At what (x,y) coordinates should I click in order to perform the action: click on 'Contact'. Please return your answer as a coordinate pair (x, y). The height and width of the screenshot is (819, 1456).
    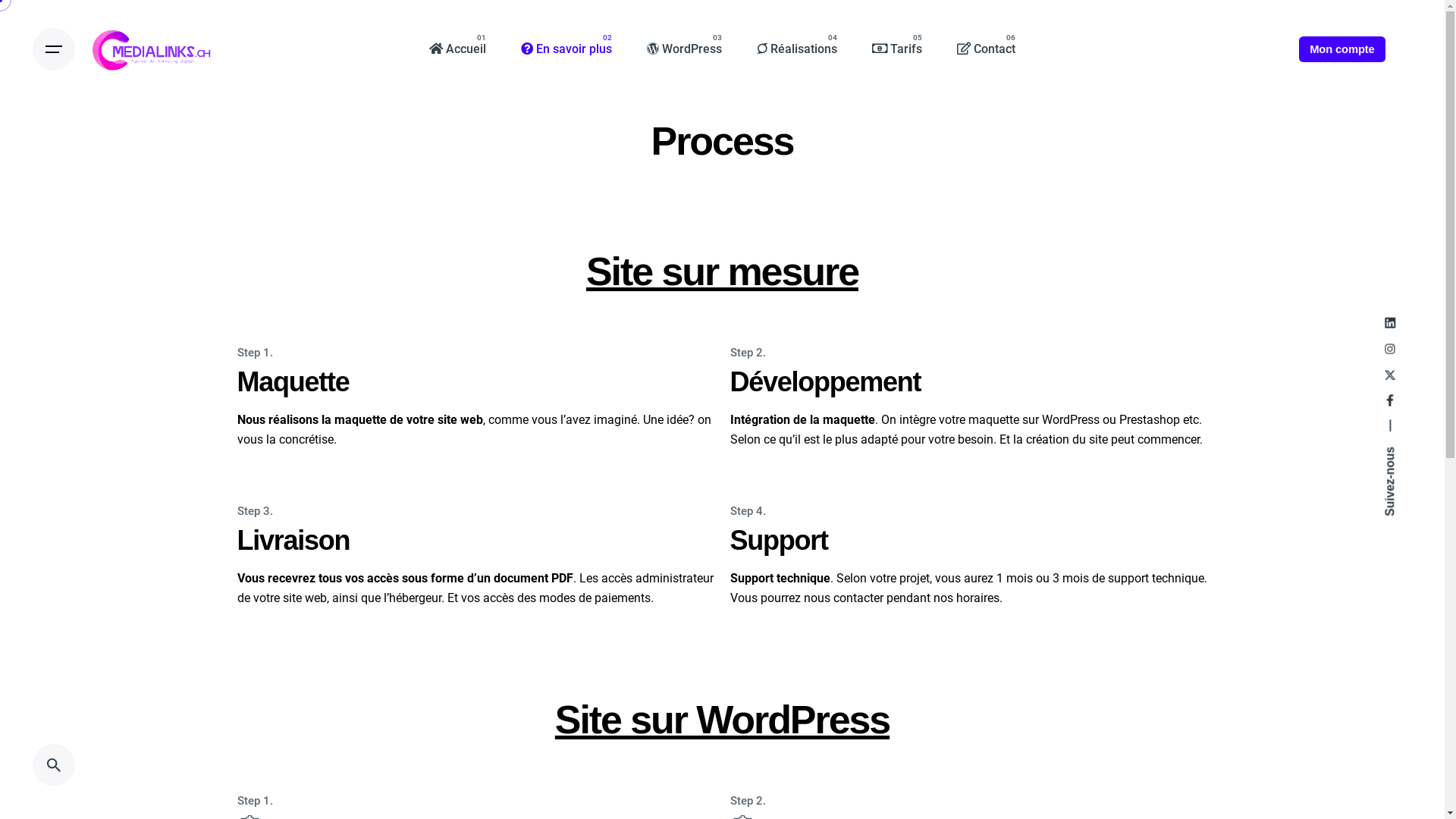
    Looking at the image, I should click on (986, 49).